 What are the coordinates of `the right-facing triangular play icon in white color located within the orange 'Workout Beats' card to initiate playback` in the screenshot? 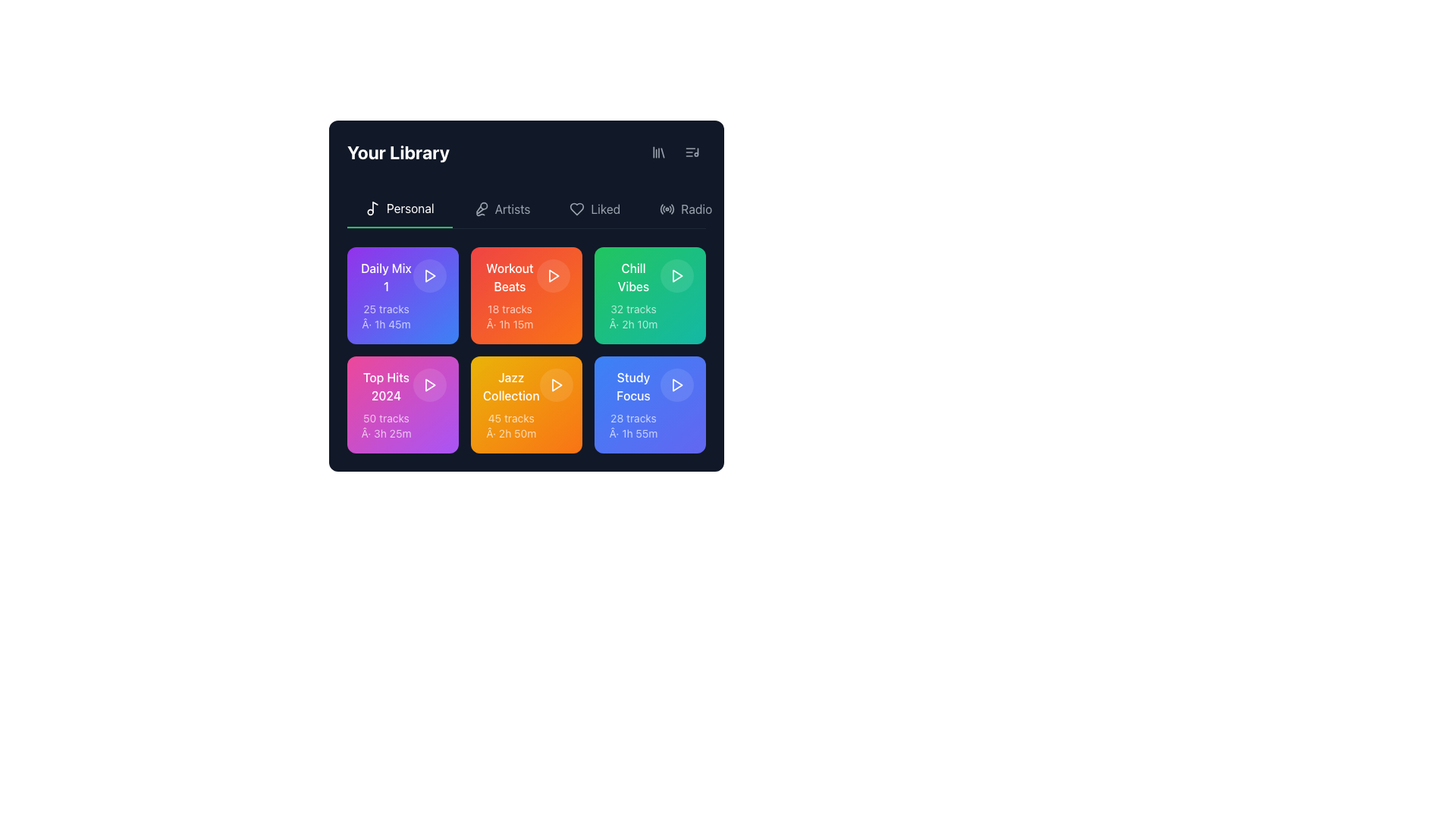 It's located at (553, 275).